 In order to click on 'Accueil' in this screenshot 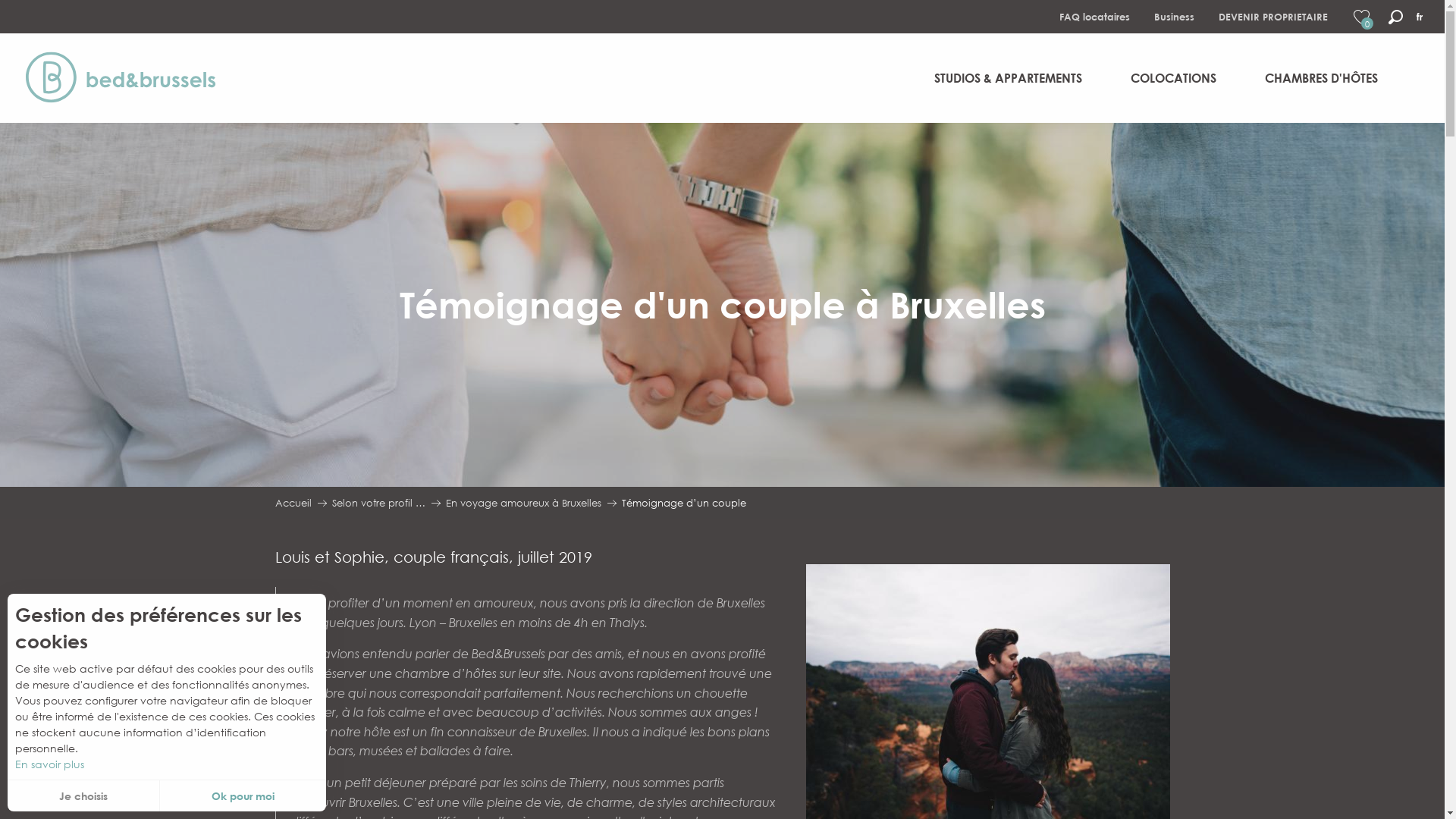, I will do `click(274, 503)`.